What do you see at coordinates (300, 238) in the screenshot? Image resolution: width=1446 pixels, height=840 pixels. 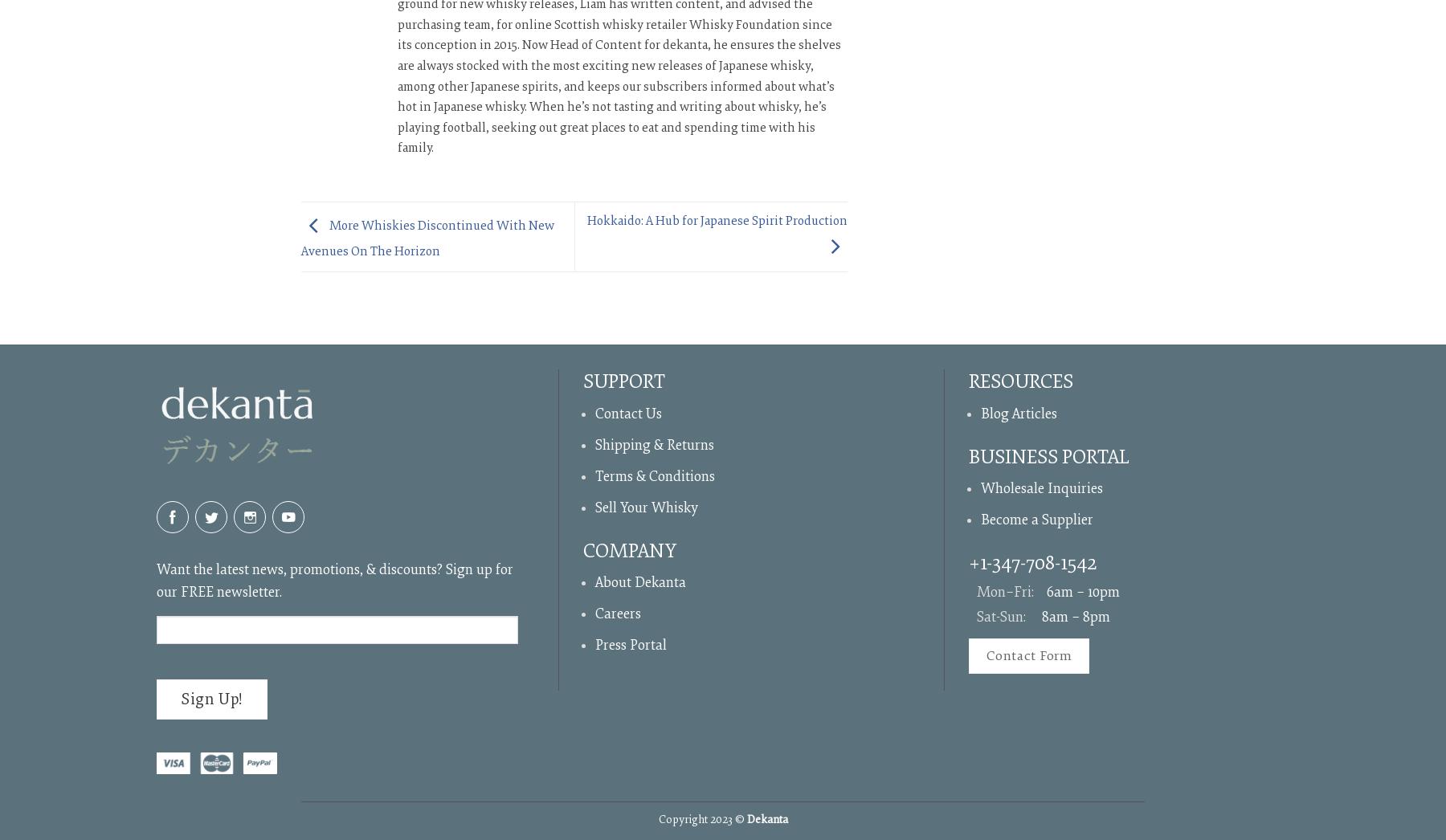 I see `'More Whiskies Discontinued With New Avenues On The Horizon'` at bounding box center [300, 238].